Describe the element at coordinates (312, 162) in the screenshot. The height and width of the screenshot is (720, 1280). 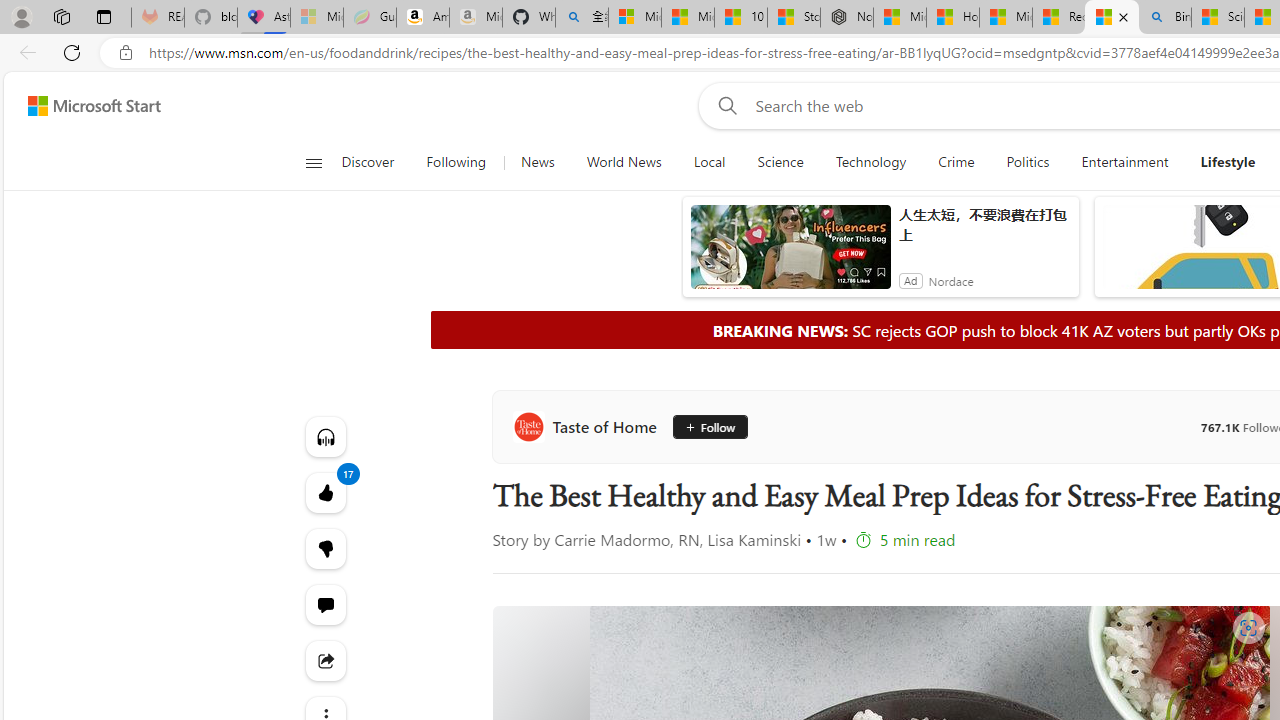
I see `'Open navigation menu'` at that location.